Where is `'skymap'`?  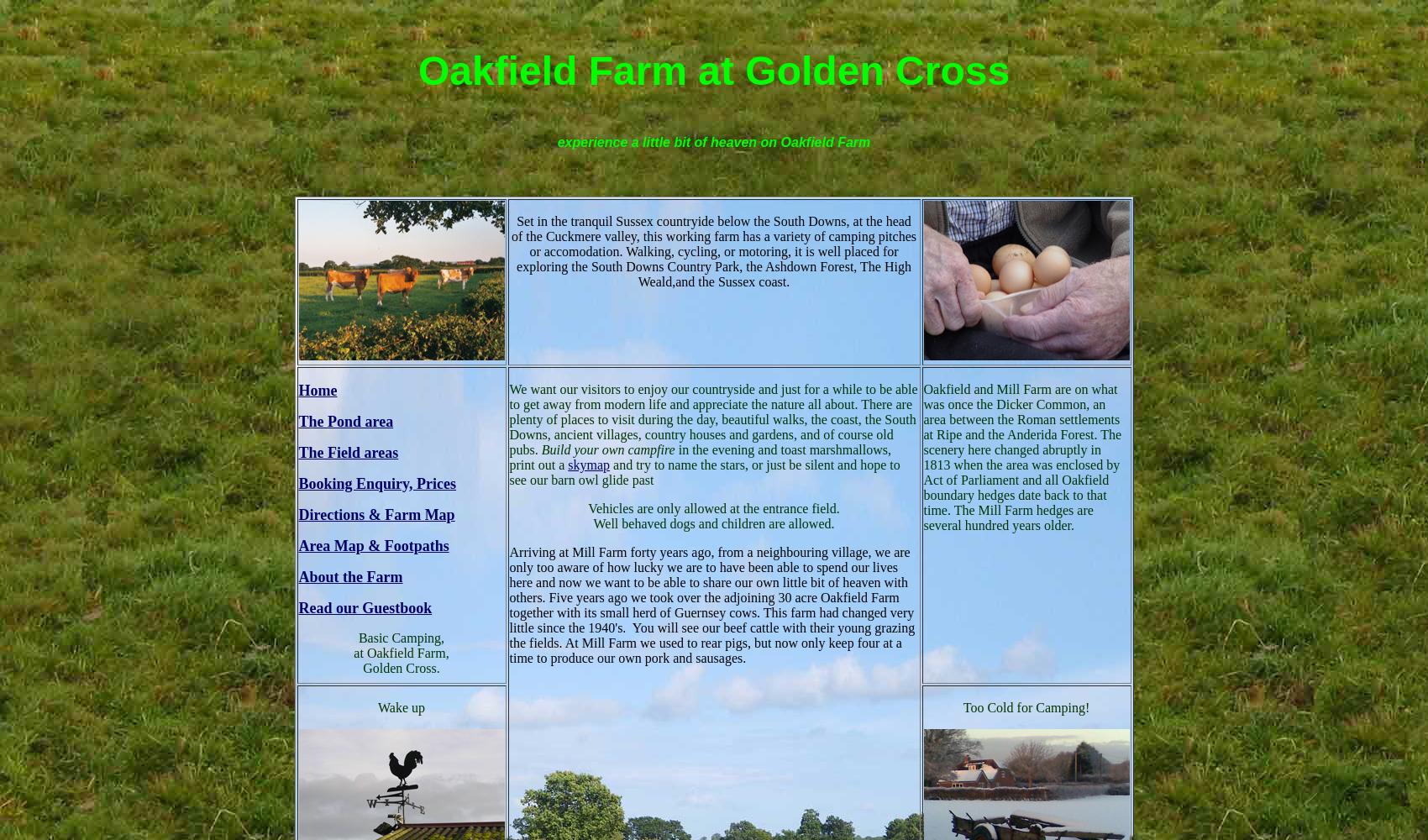 'skymap' is located at coordinates (589, 464).